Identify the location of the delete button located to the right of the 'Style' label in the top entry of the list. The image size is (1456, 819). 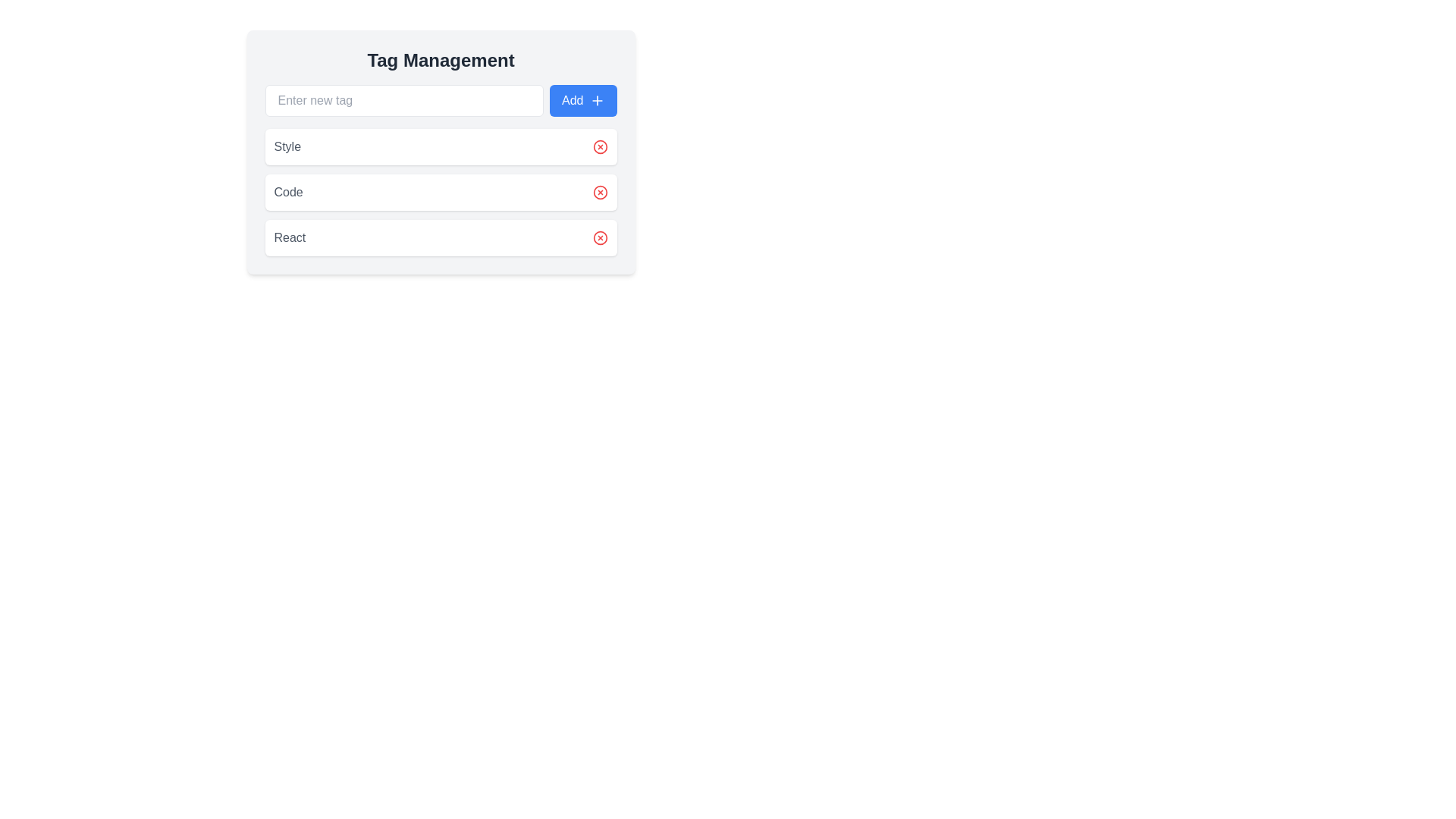
(599, 146).